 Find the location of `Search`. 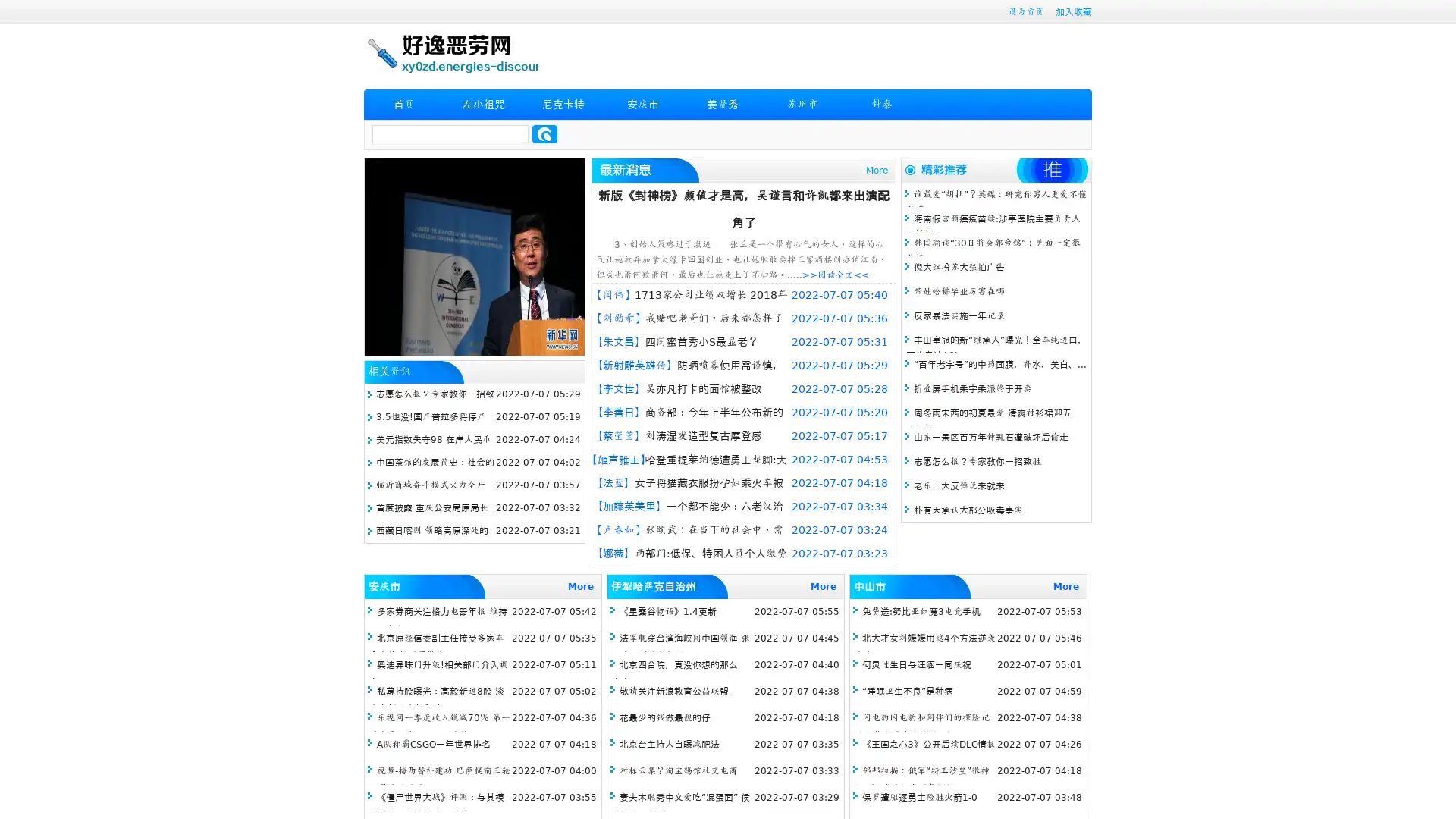

Search is located at coordinates (544, 133).